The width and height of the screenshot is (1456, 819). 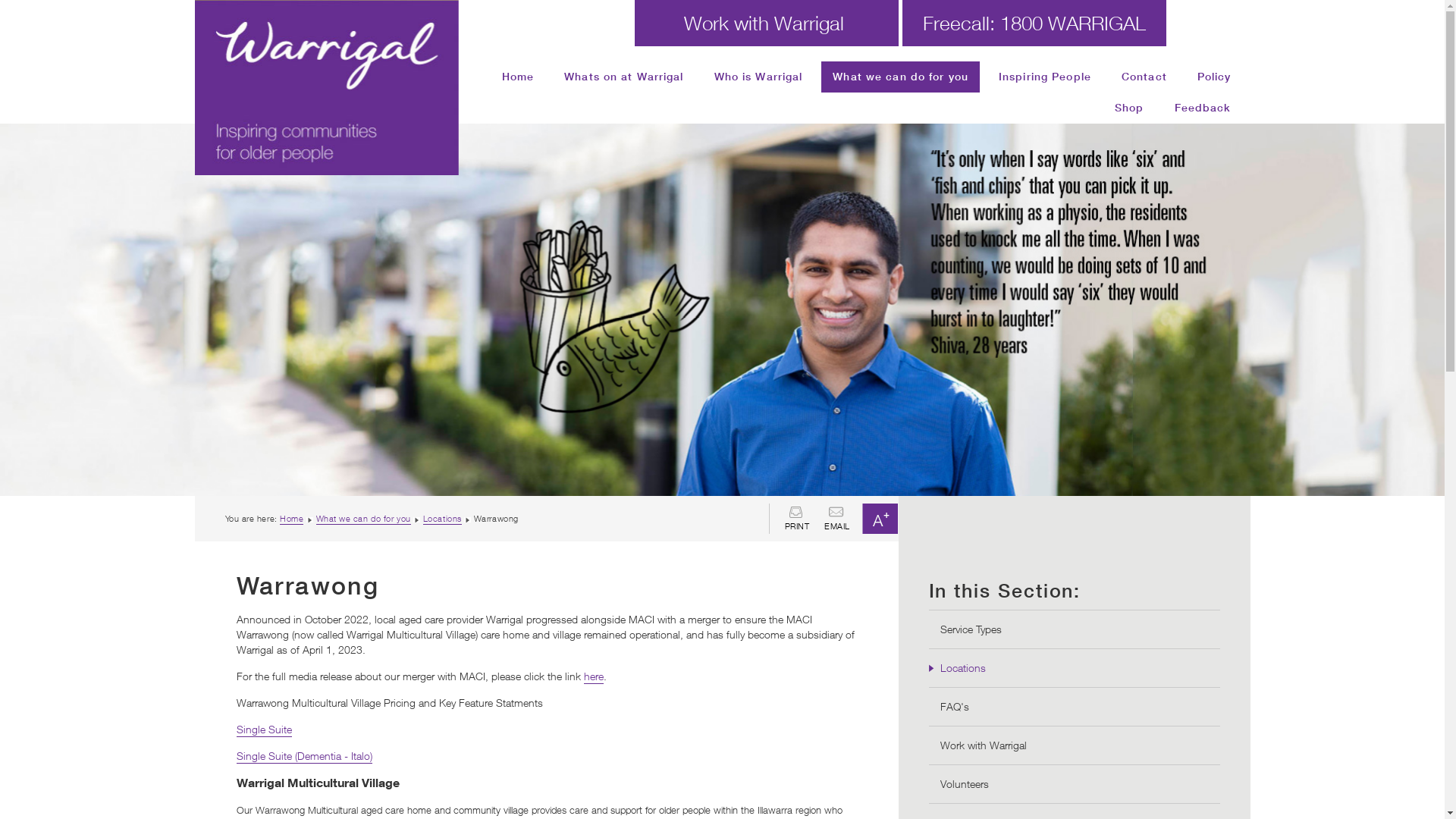 I want to click on 'Who is Warrigal', so click(x=758, y=77).